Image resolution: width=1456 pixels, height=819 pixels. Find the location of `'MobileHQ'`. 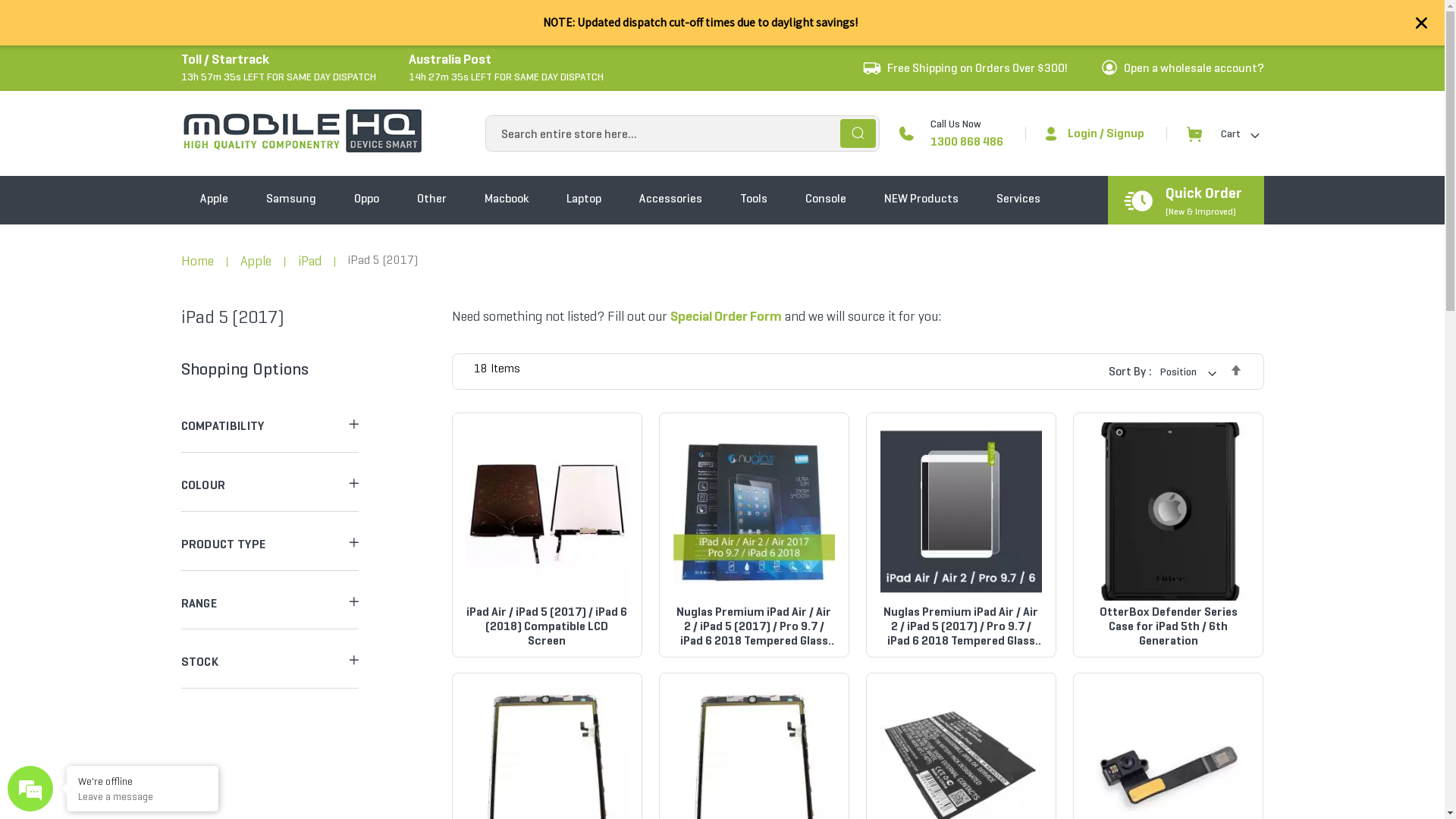

'MobileHQ' is located at coordinates (302, 133).